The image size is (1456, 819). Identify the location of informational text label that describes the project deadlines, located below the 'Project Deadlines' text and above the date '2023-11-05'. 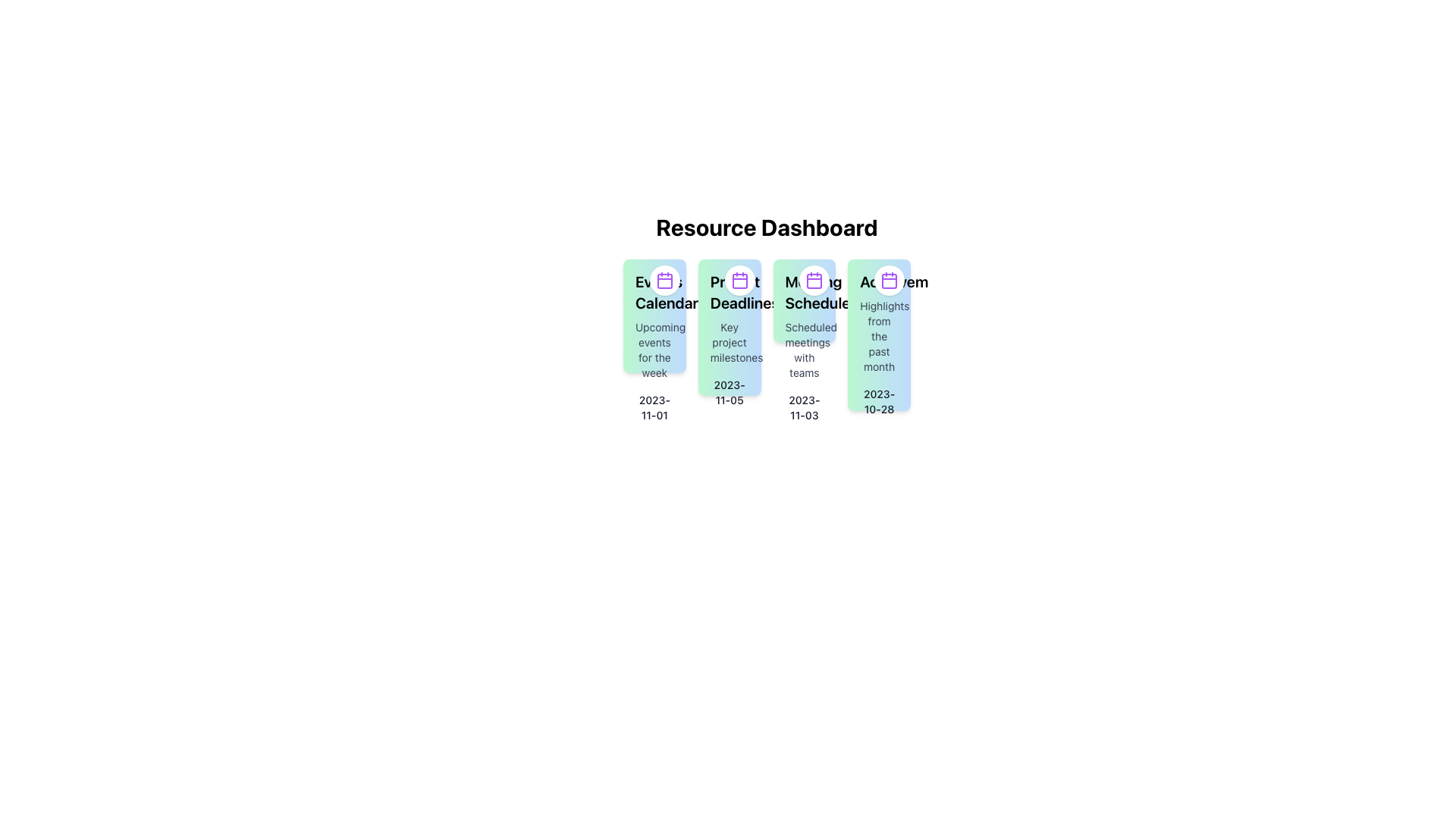
(730, 342).